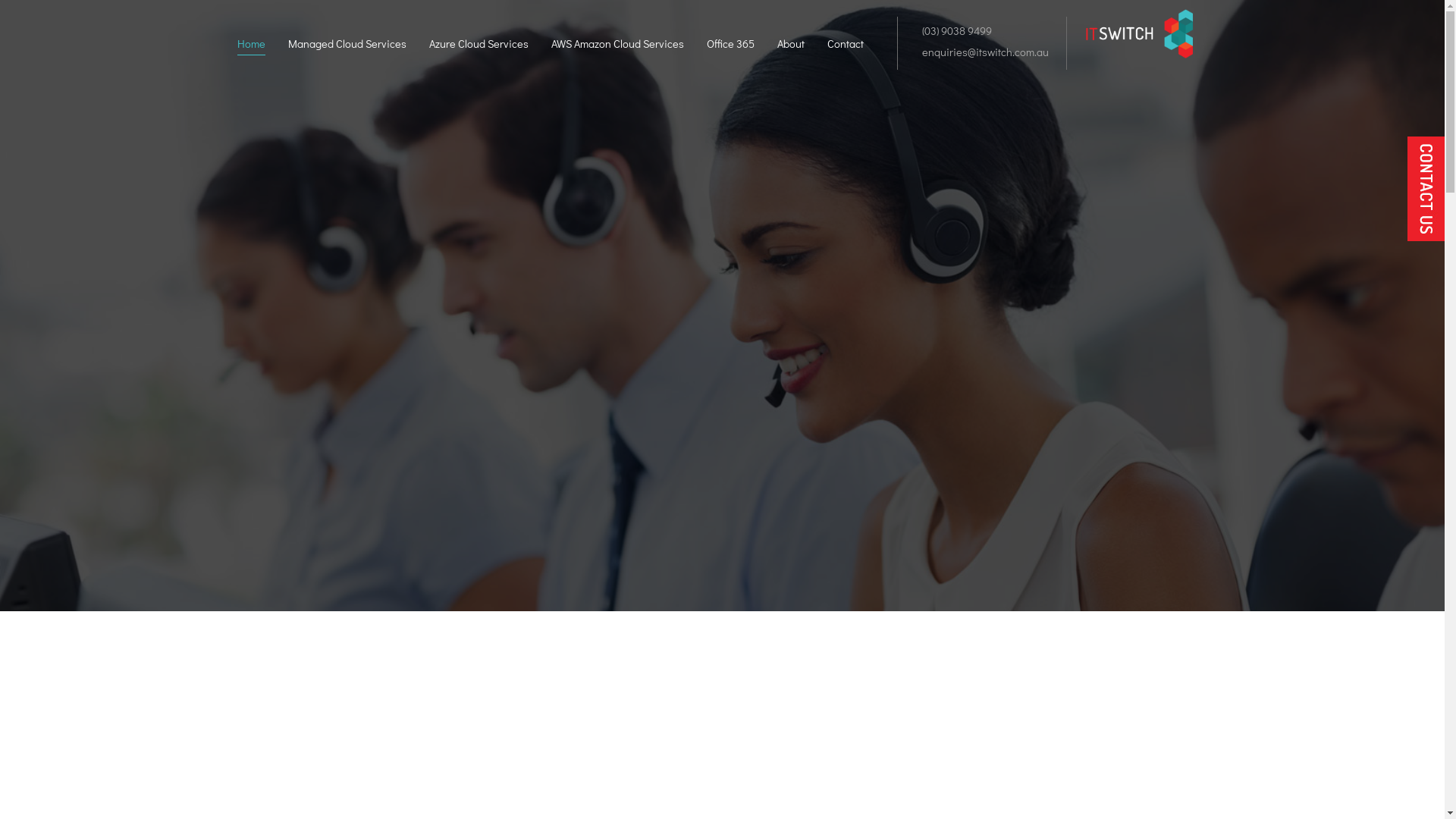 Image resolution: width=1456 pixels, height=819 pixels. What do you see at coordinates (250, 45) in the screenshot?
I see `'Home'` at bounding box center [250, 45].